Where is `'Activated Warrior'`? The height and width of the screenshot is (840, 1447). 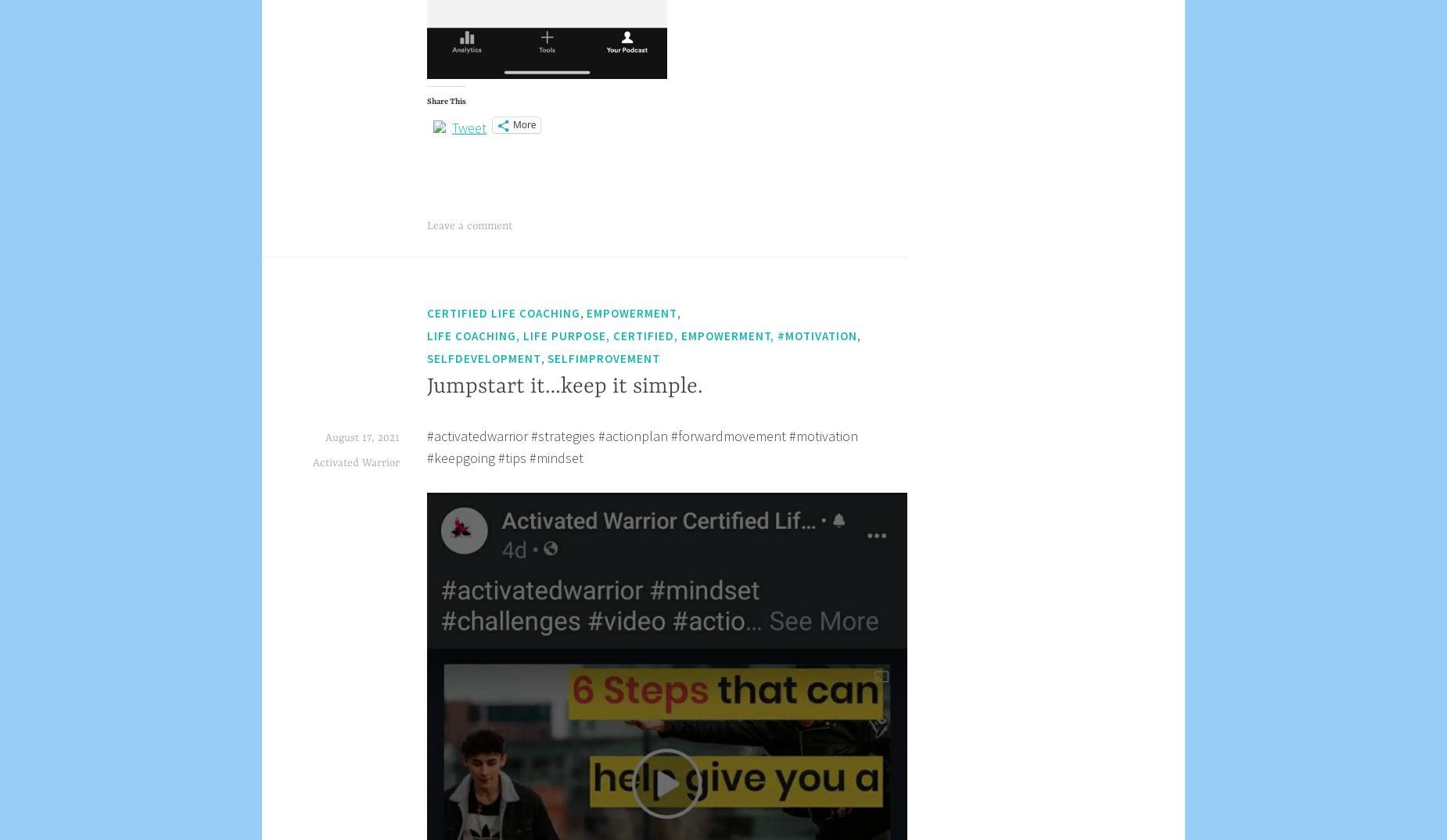 'Activated Warrior' is located at coordinates (355, 461).